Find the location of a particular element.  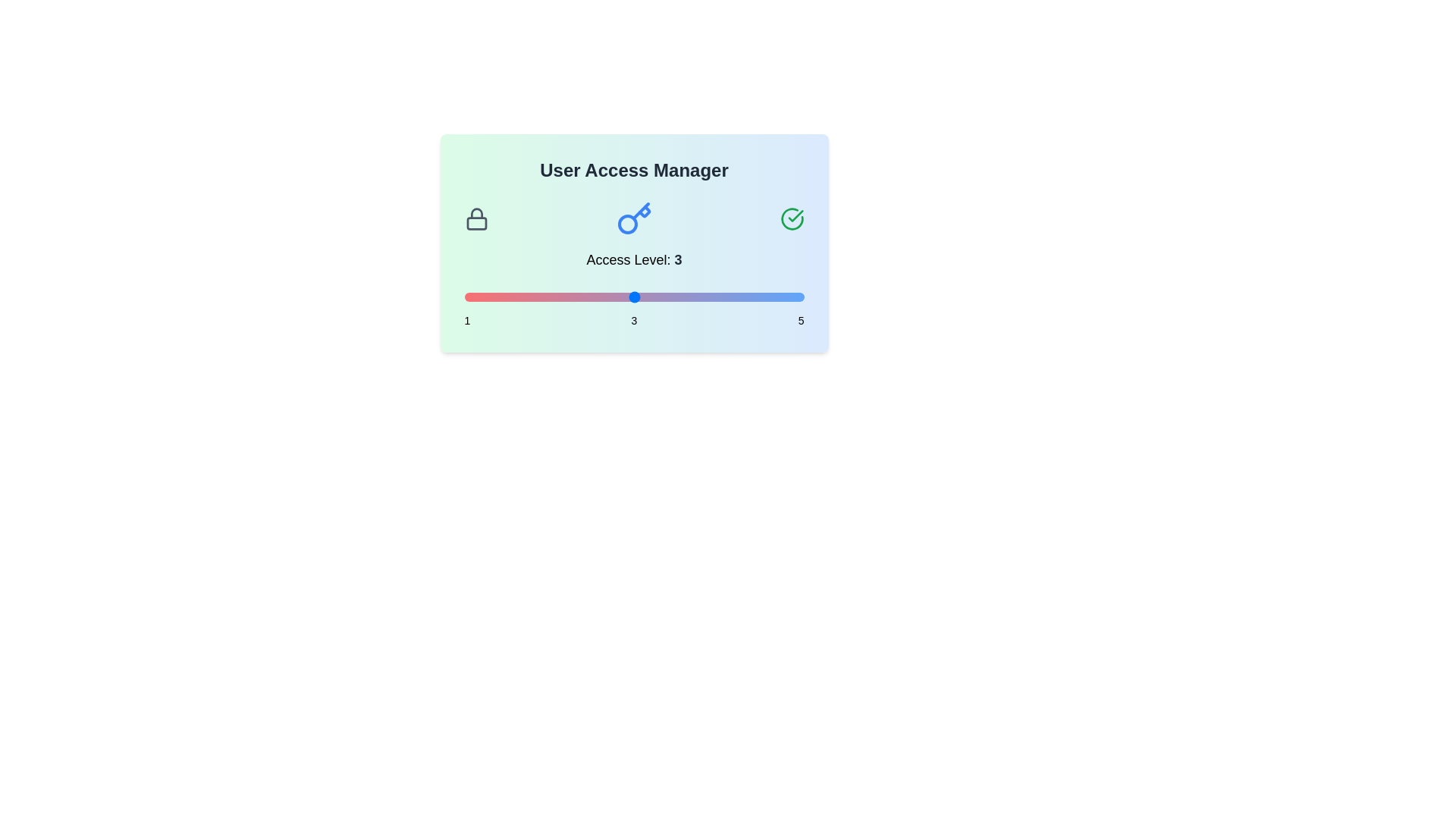

the access level slider to 2 is located at coordinates (548, 297).